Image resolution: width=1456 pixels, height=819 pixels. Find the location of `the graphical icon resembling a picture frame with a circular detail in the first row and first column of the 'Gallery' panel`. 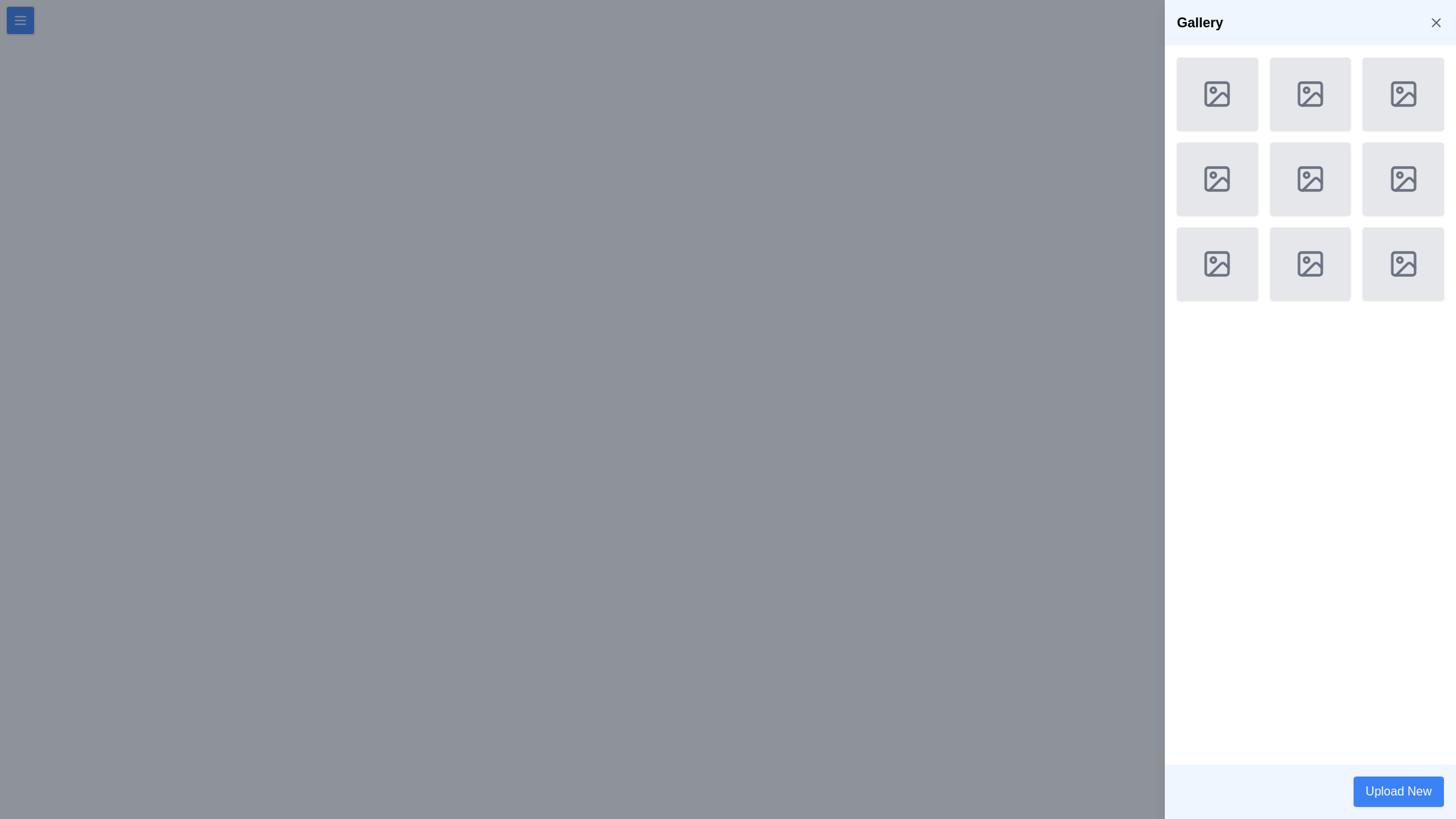

the graphical icon resembling a picture frame with a circular detail in the first row and first column of the 'Gallery' panel is located at coordinates (1217, 93).